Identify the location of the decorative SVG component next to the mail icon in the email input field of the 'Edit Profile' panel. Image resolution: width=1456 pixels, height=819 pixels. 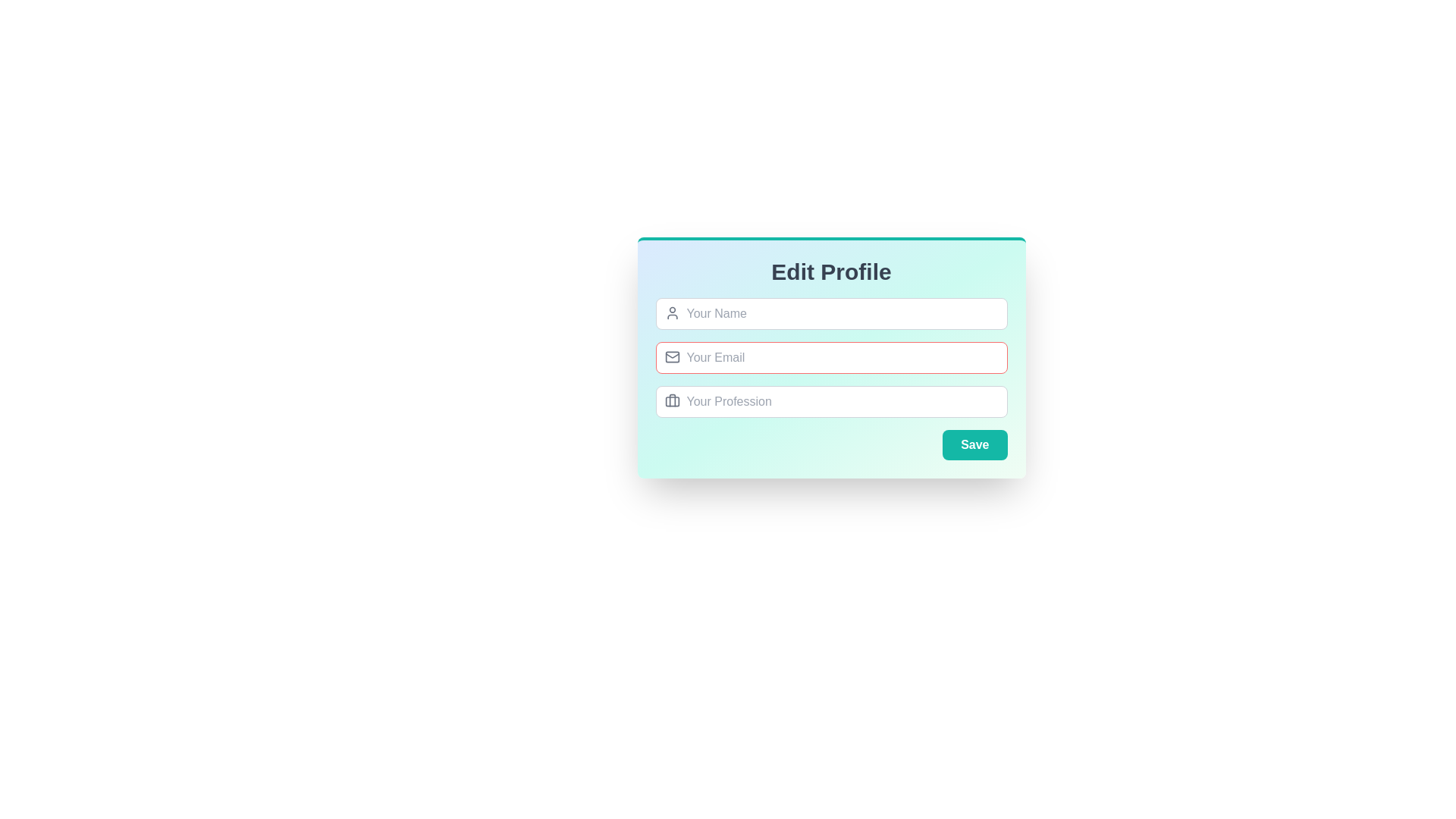
(671, 356).